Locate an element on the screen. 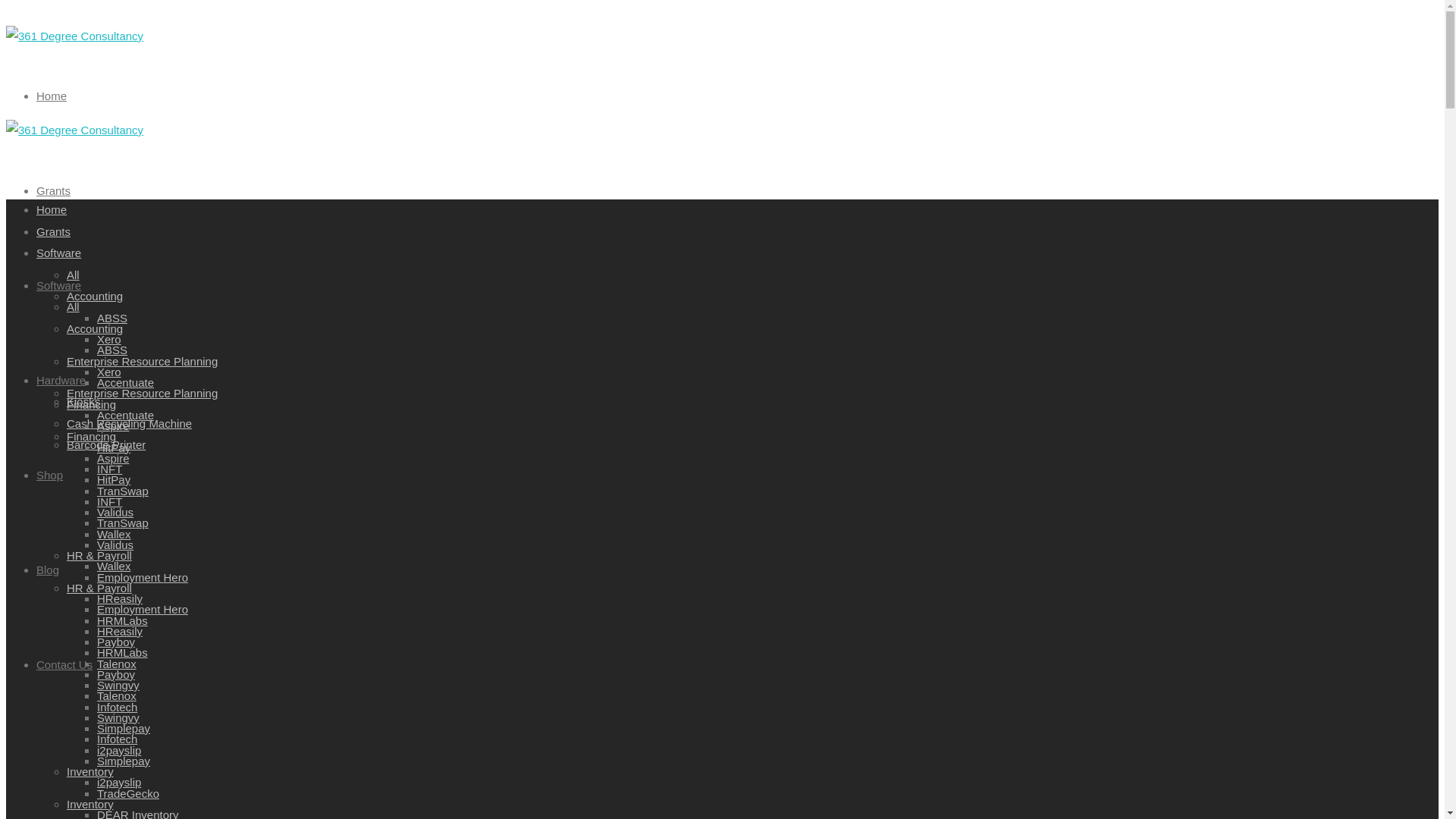 The height and width of the screenshot is (819, 1456). 'INFT' is located at coordinates (96, 468).